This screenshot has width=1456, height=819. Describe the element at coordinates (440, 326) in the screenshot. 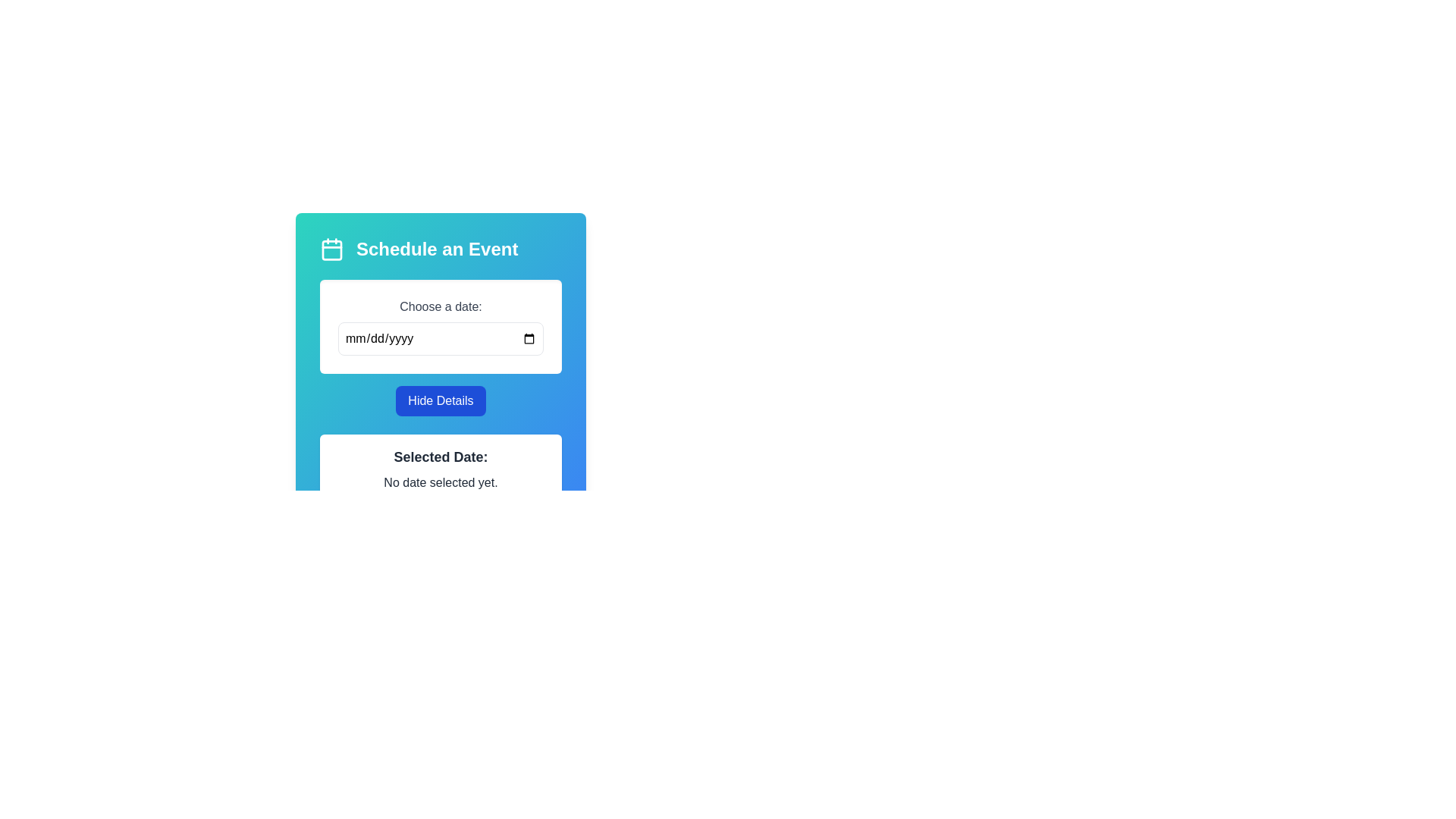

I see `the Date Input Field` at that location.